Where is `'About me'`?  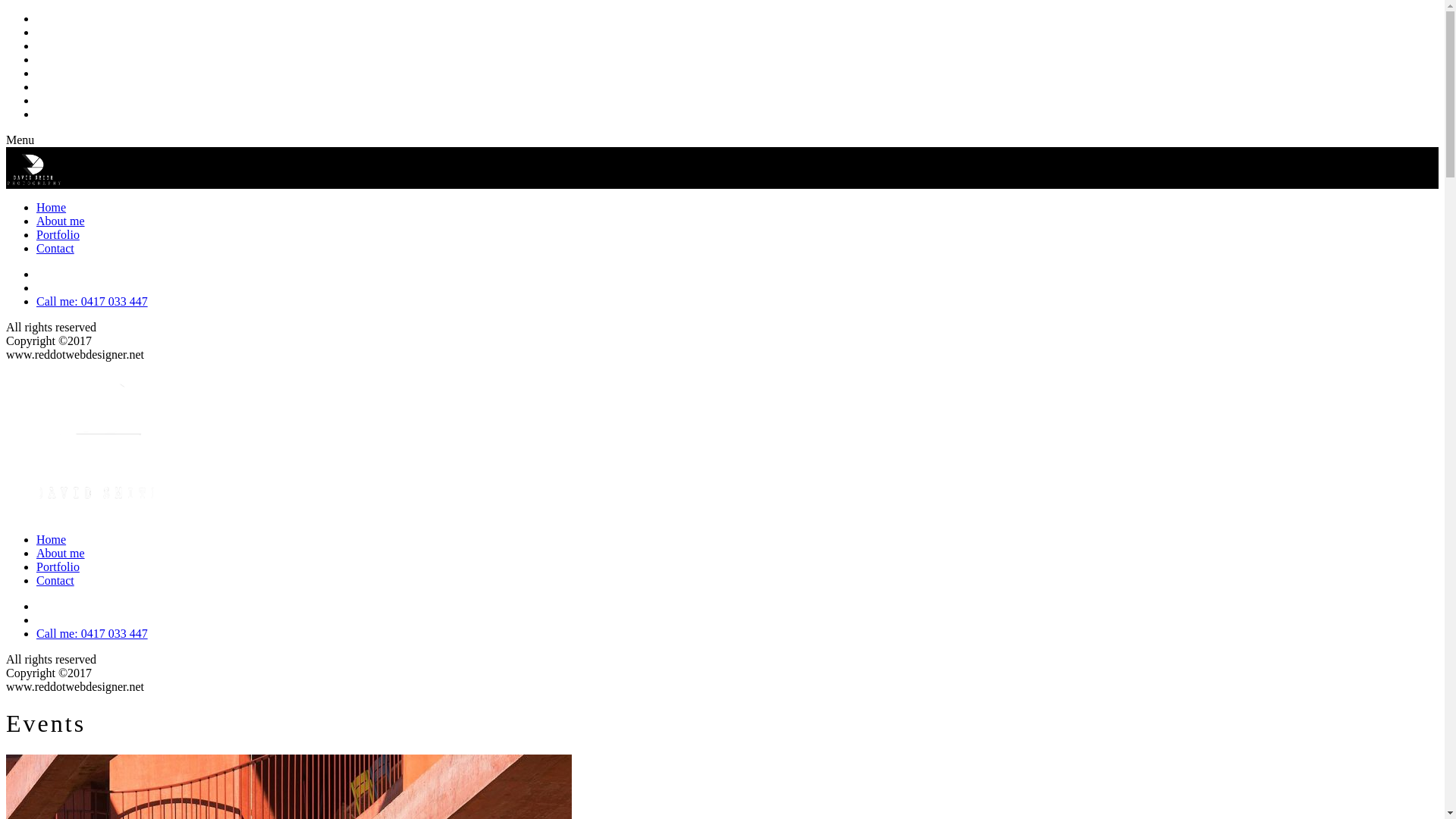 'About me' is located at coordinates (61, 553).